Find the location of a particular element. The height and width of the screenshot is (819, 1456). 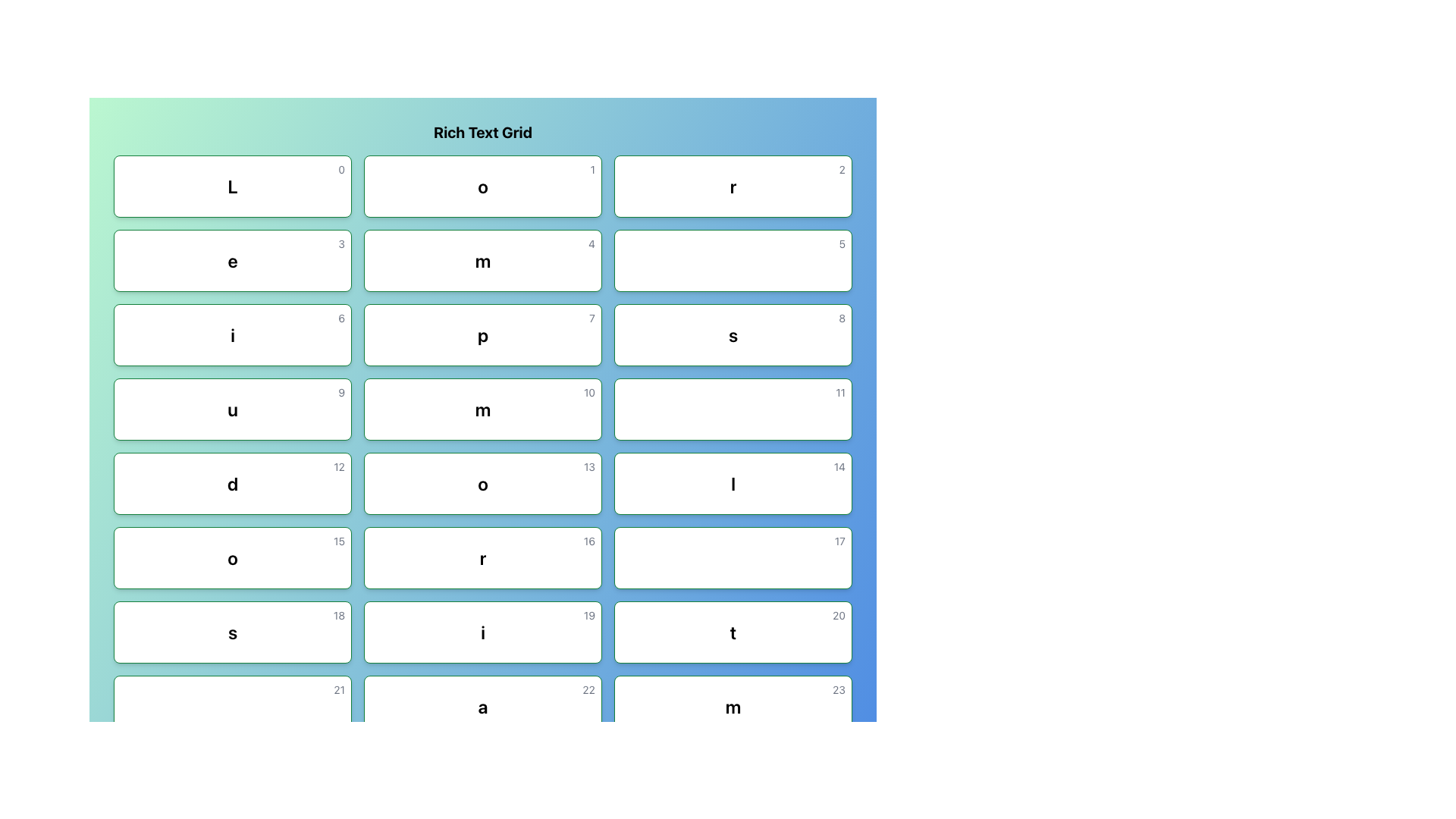

the Interactive Card positioned in the second row and third column of the grid layout is located at coordinates (733, 334).